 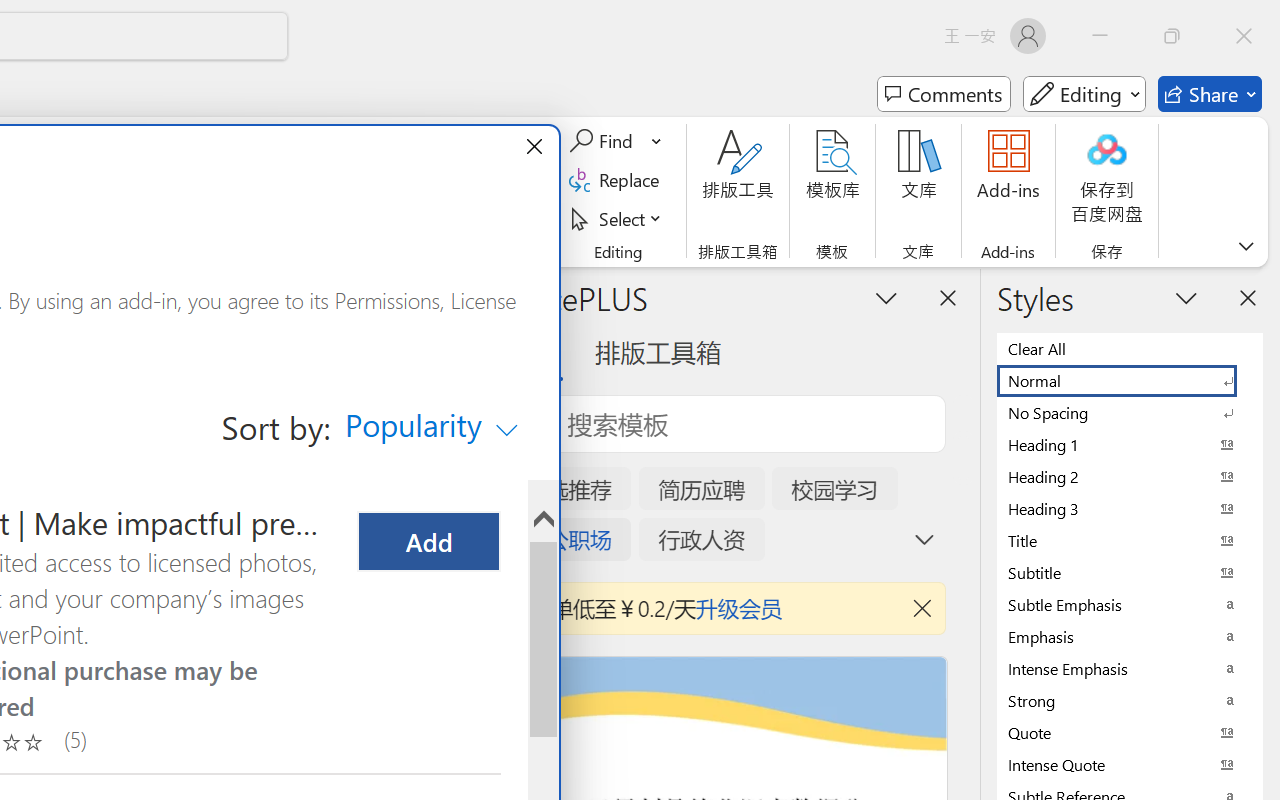 What do you see at coordinates (1130, 731) in the screenshot?
I see `'Quote'` at bounding box center [1130, 731].